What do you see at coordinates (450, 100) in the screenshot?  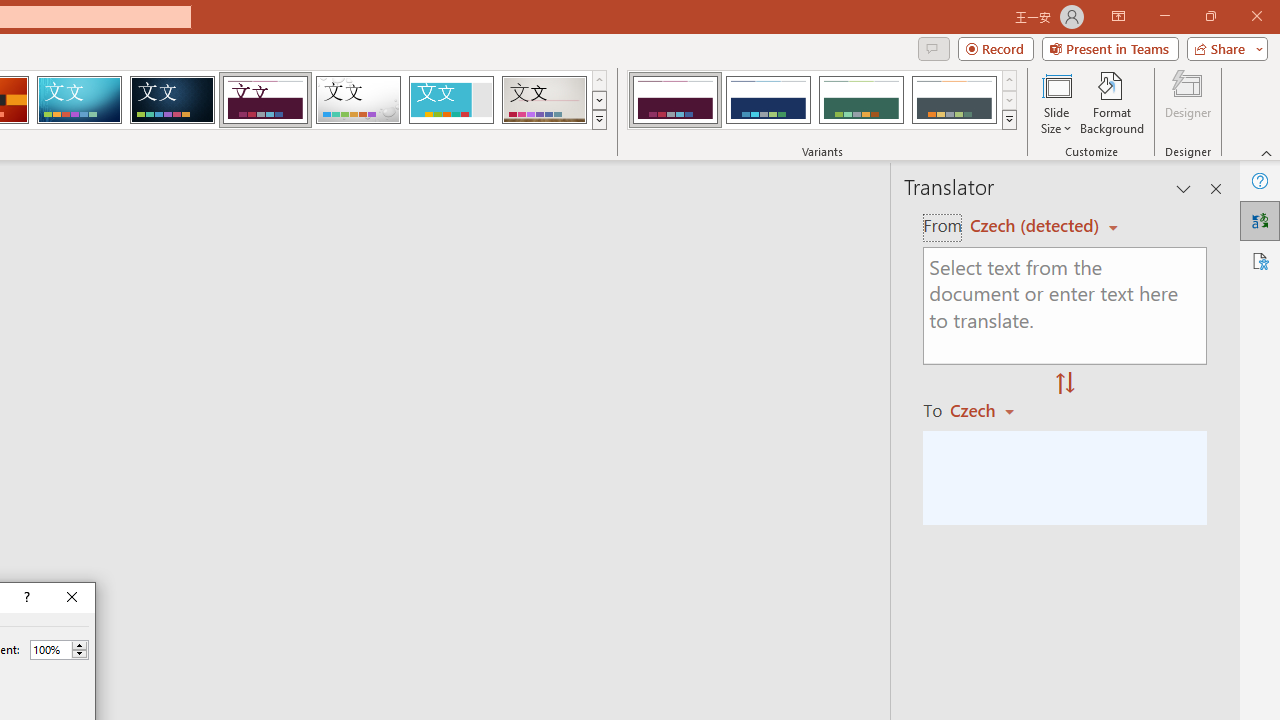 I see `'Frame'` at bounding box center [450, 100].